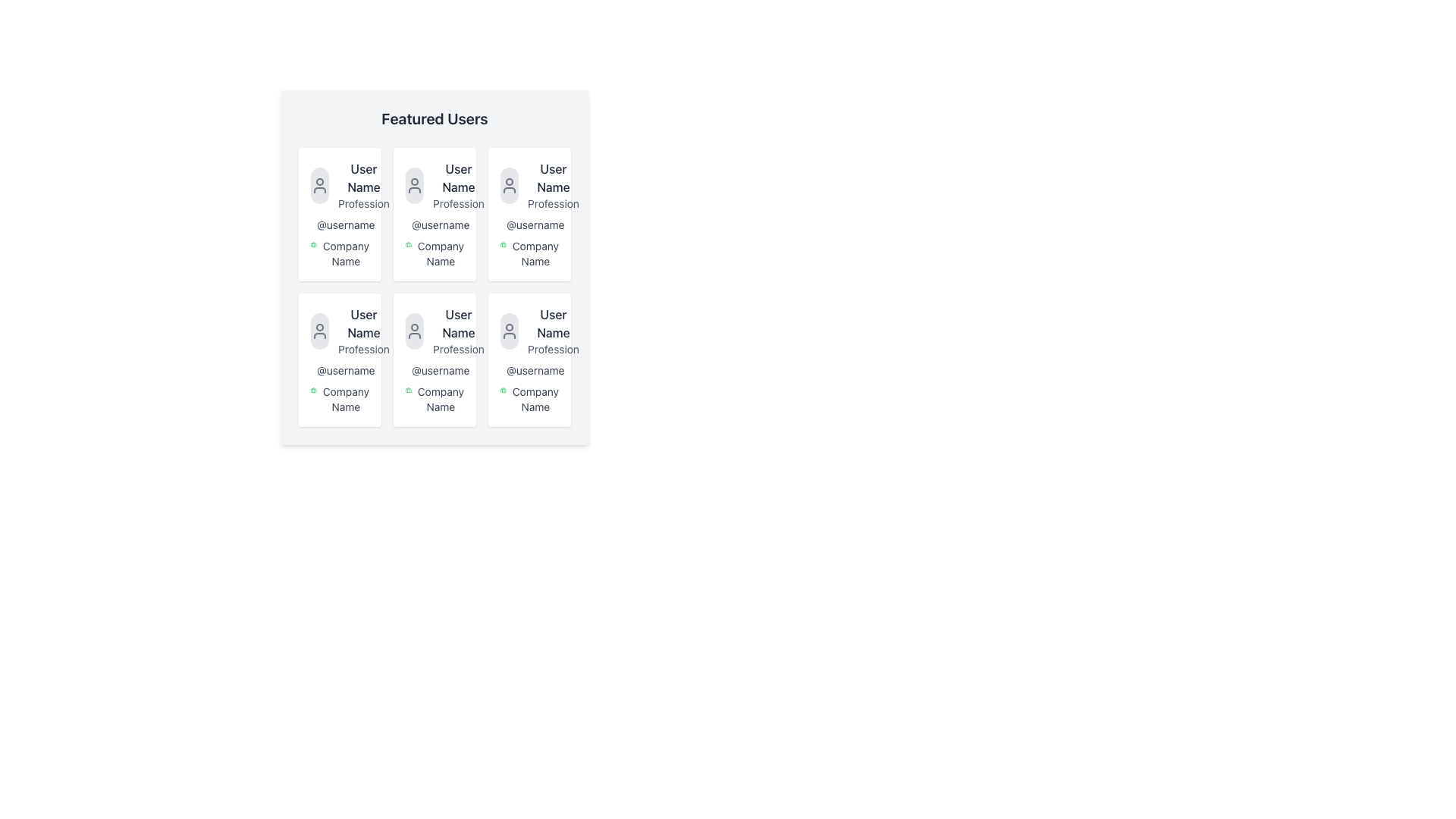  I want to click on the static text label displaying the user's name, which is located at the top of the user card, just below the avatar icon, so click(364, 177).